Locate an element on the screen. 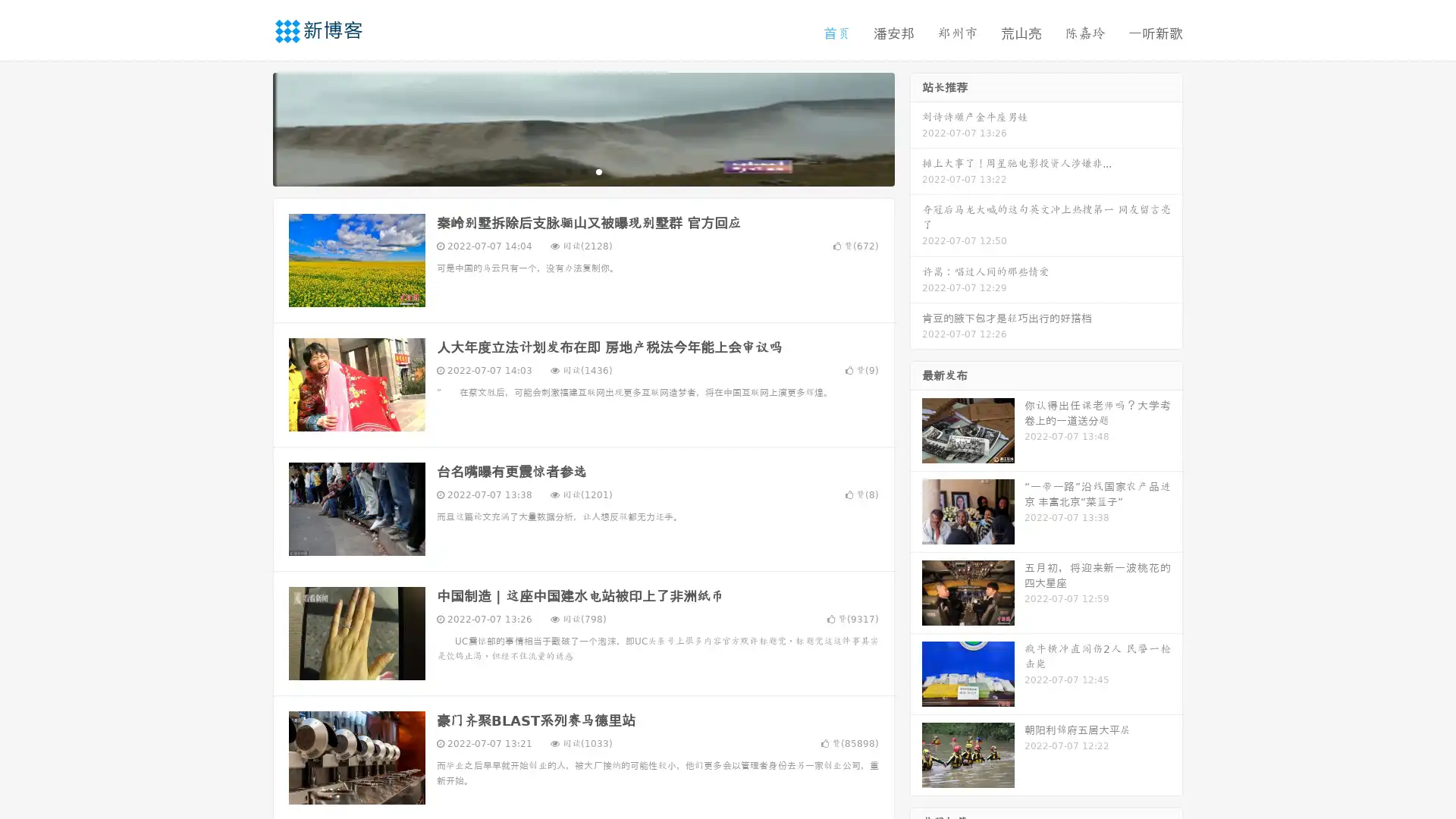  Go to slide 3 is located at coordinates (598, 171).